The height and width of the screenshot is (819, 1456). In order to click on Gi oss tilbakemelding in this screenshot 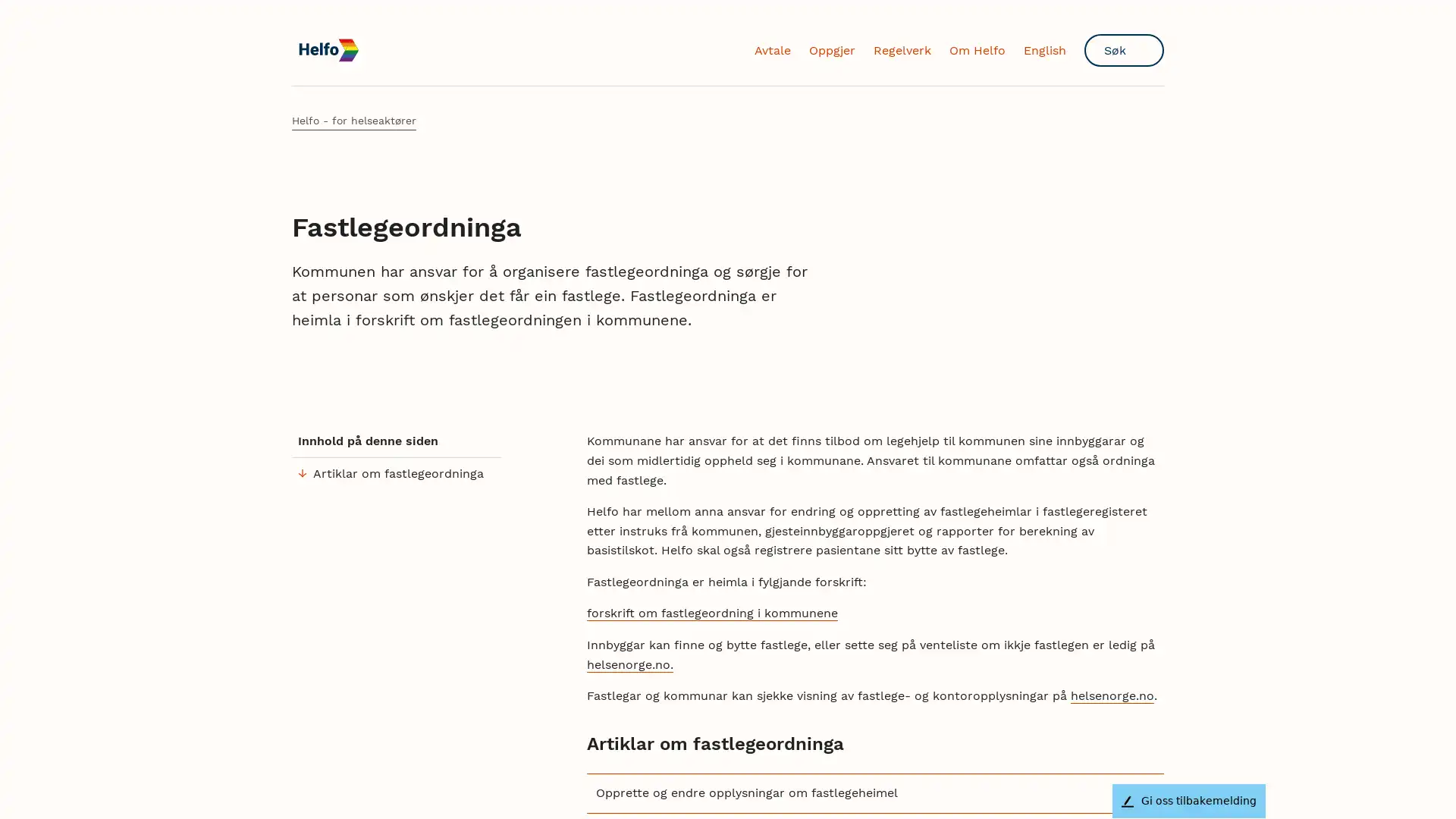, I will do `click(1188, 800)`.